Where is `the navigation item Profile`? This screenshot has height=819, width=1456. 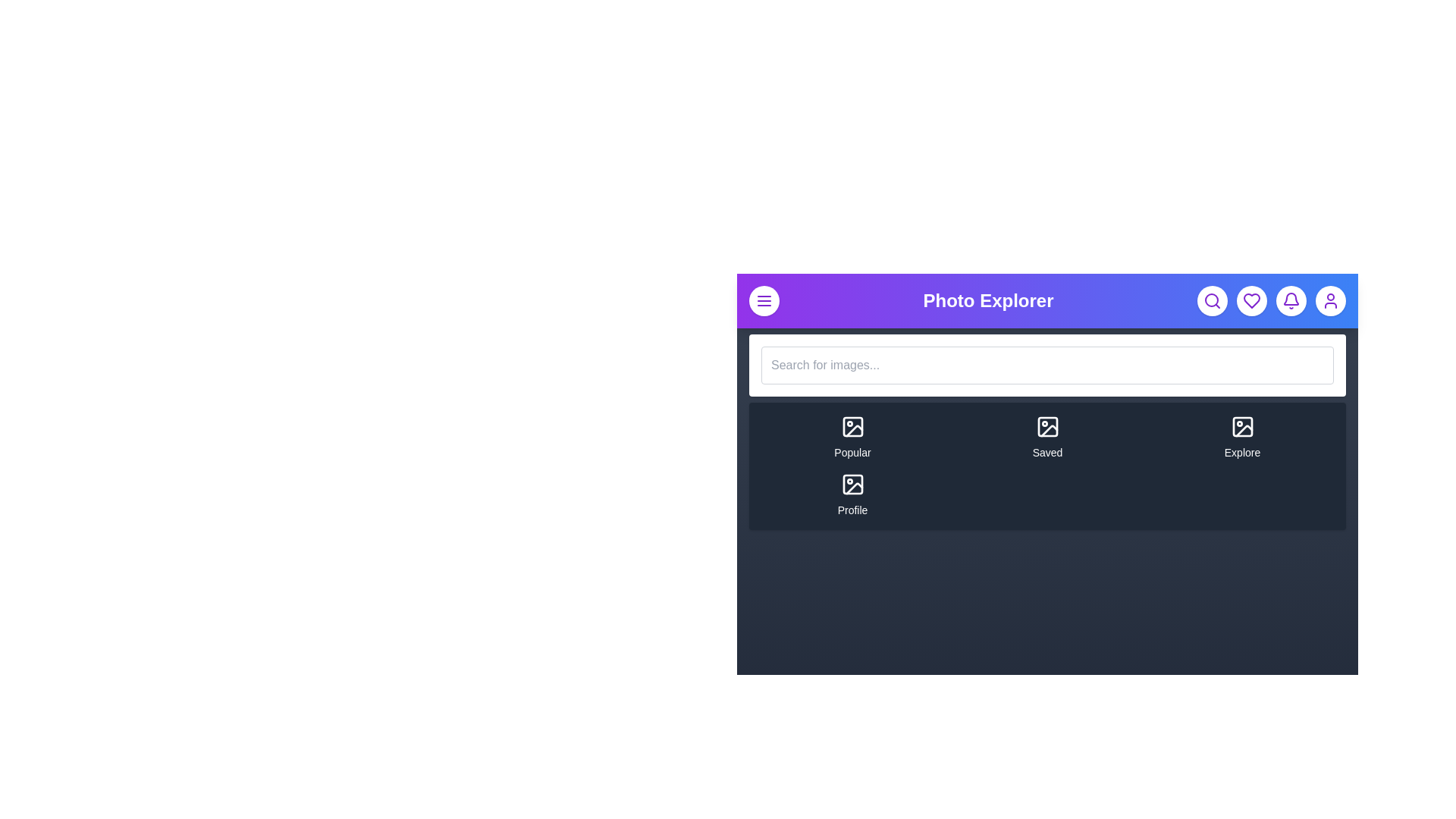
the navigation item Profile is located at coordinates (852, 494).